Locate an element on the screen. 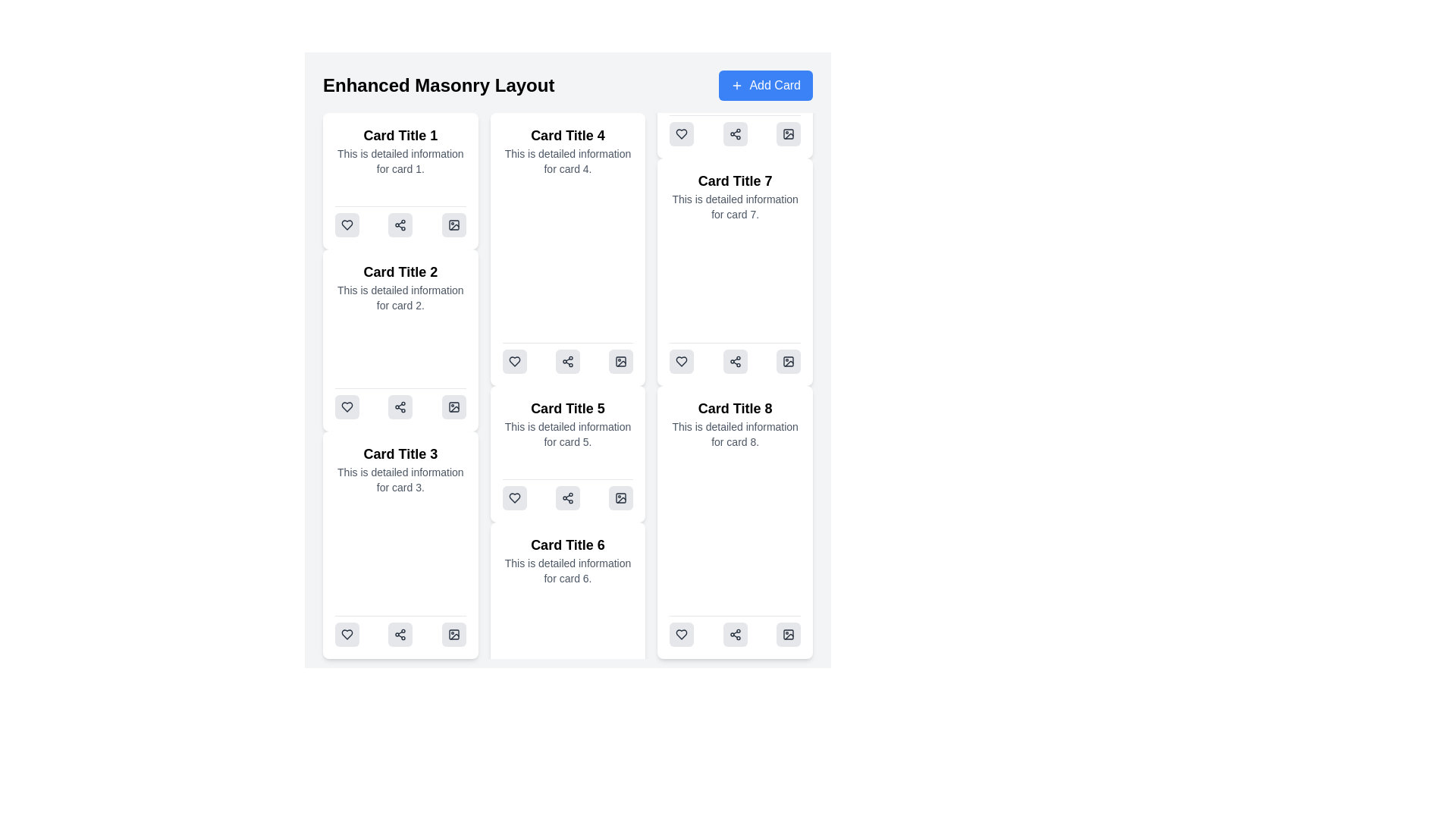  the image icon, which is the third icon in the horizontal row of action buttons at the bottom of 'Card Title 2' is located at coordinates (453, 225).